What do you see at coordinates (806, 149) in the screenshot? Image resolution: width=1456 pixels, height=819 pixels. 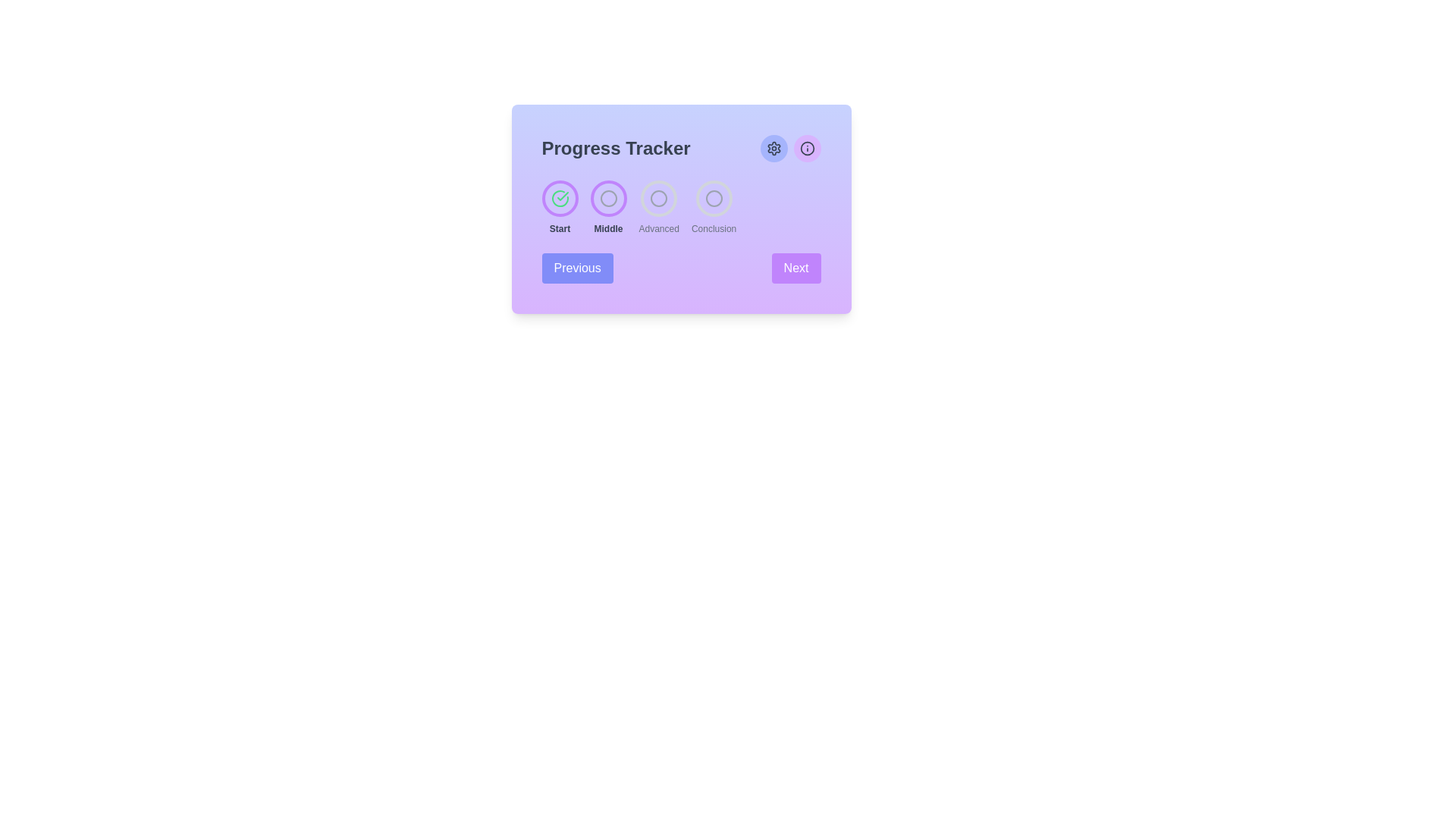 I see `the circular element within the SVG that represents the outline of the 'info' icon, located towards the top-right corner of the dialog interface` at bounding box center [806, 149].